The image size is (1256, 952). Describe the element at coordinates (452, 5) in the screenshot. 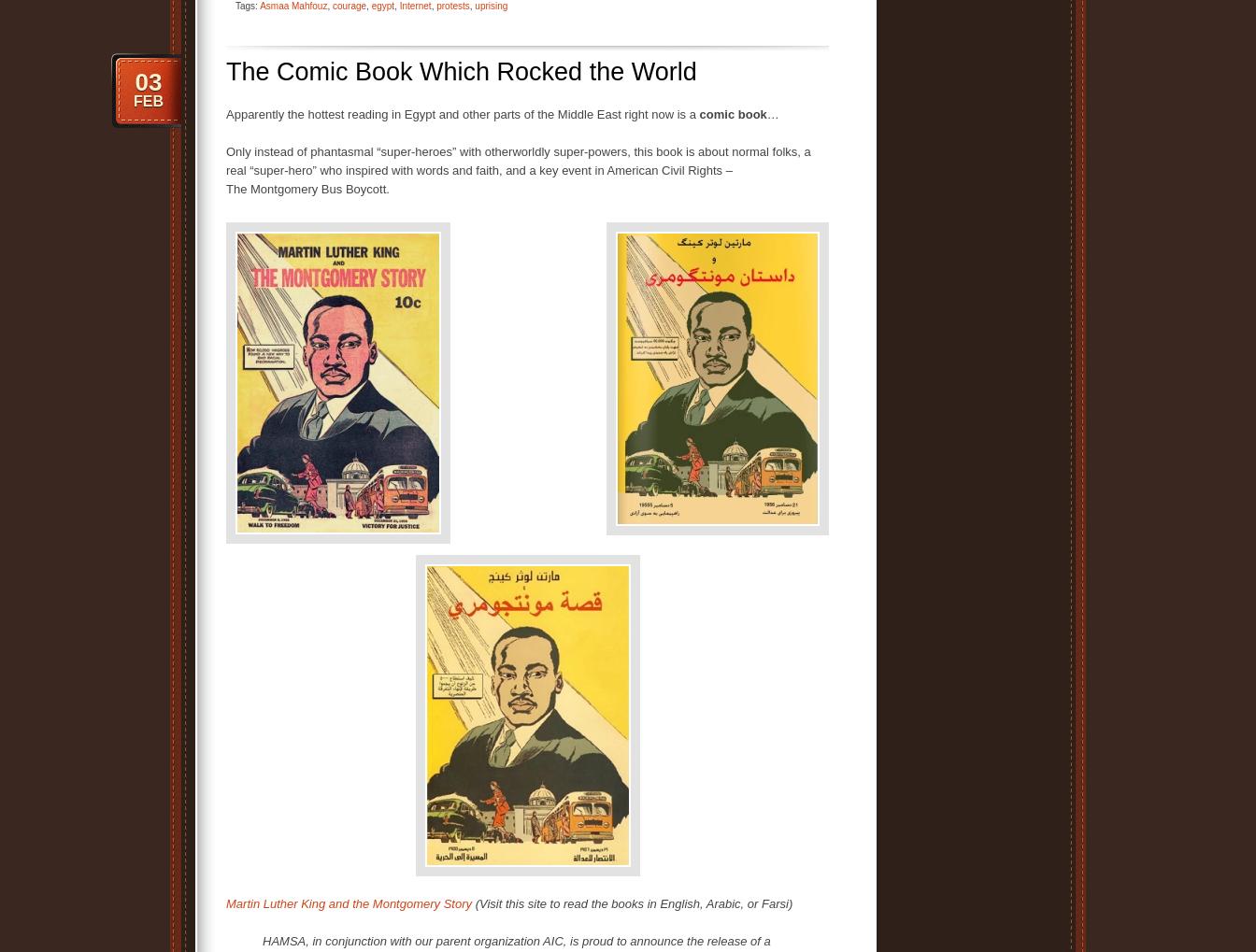

I see `'protests'` at that location.